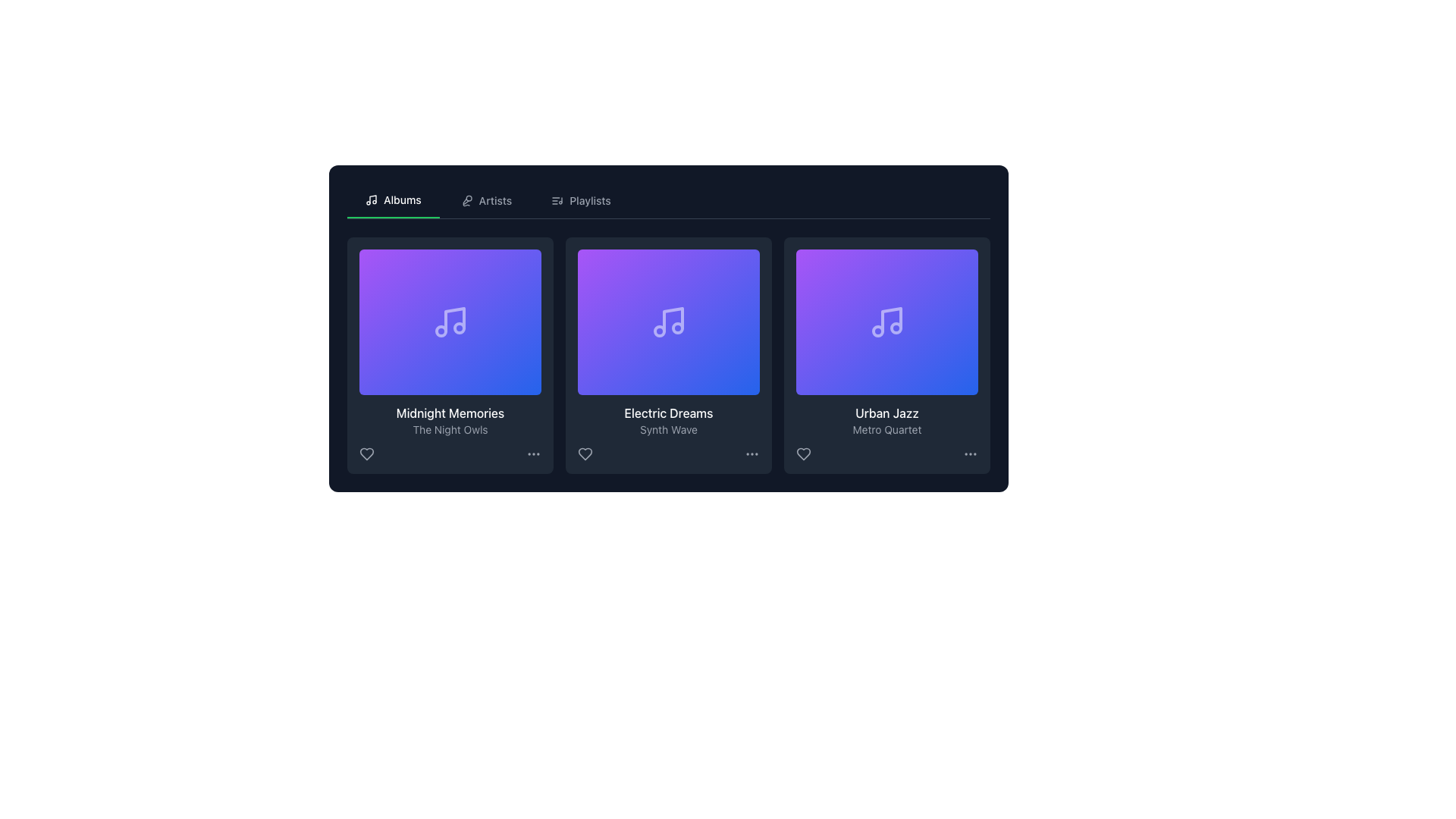 Image resolution: width=1456 pixels, height=819 pixels. What do you see at coordinates (450, 430) in the screenshot?
I see `the text label displaying 'The Night Owls' in gray font, located beneath 'Midnight Memories' within the leftmost rectangular card` at bounding box center [450, 430].